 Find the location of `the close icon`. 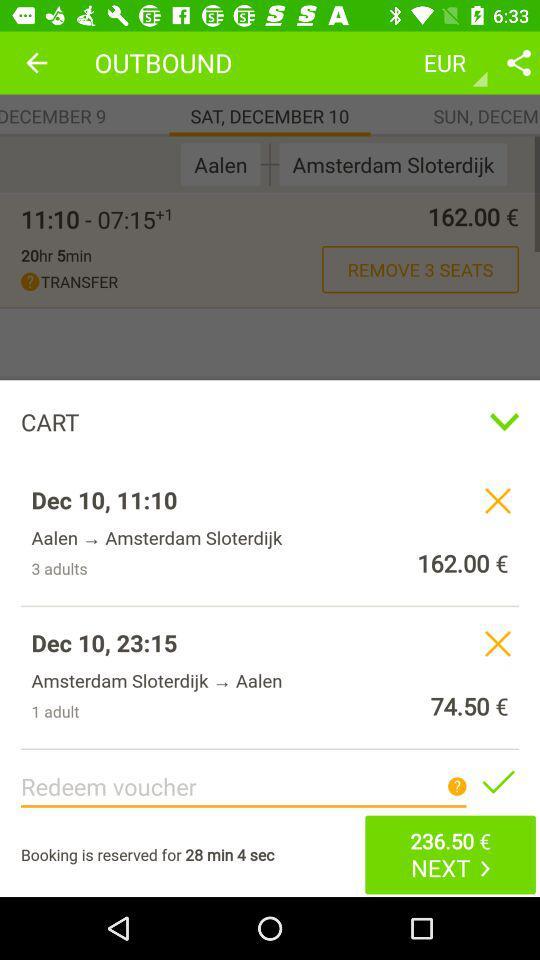

the close icon is located at coordinates (496, 642).